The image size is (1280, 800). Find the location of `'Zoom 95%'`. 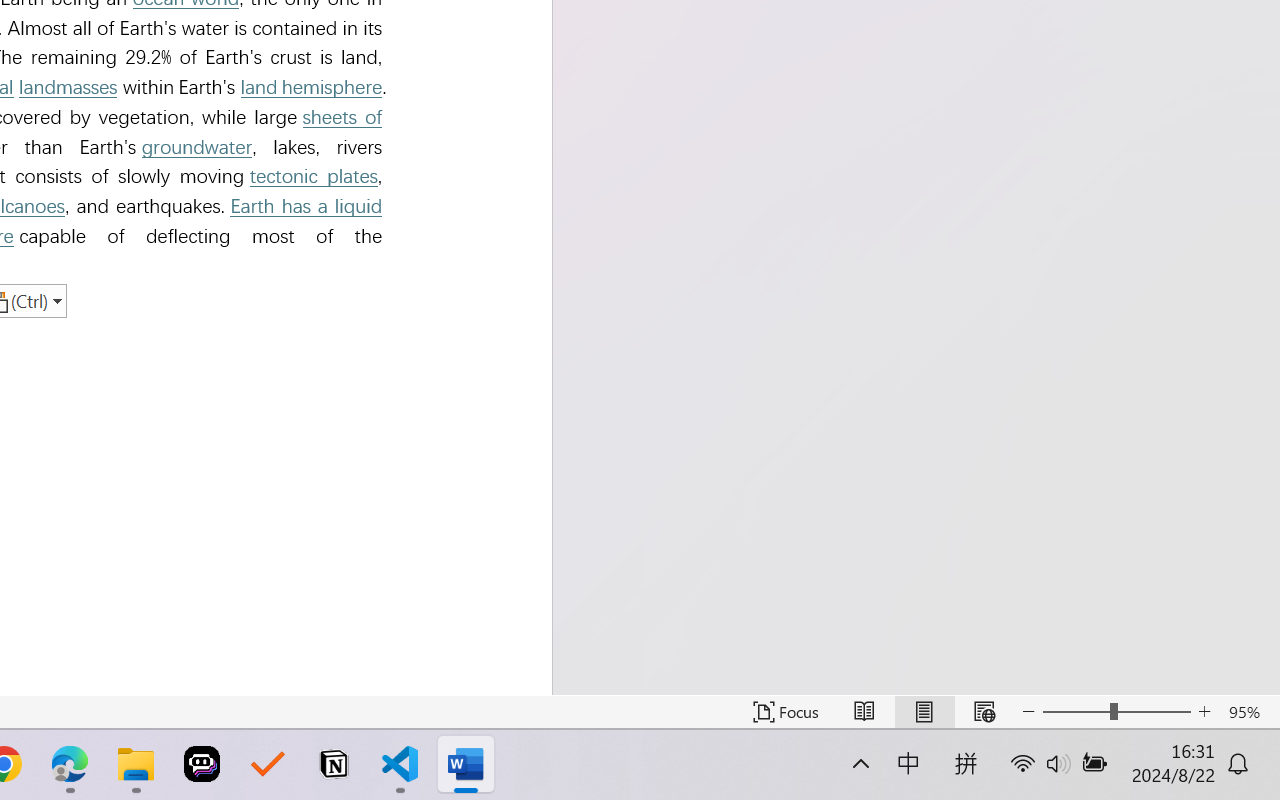

'Zoom 95%' is located at coordinates (1248, 711).